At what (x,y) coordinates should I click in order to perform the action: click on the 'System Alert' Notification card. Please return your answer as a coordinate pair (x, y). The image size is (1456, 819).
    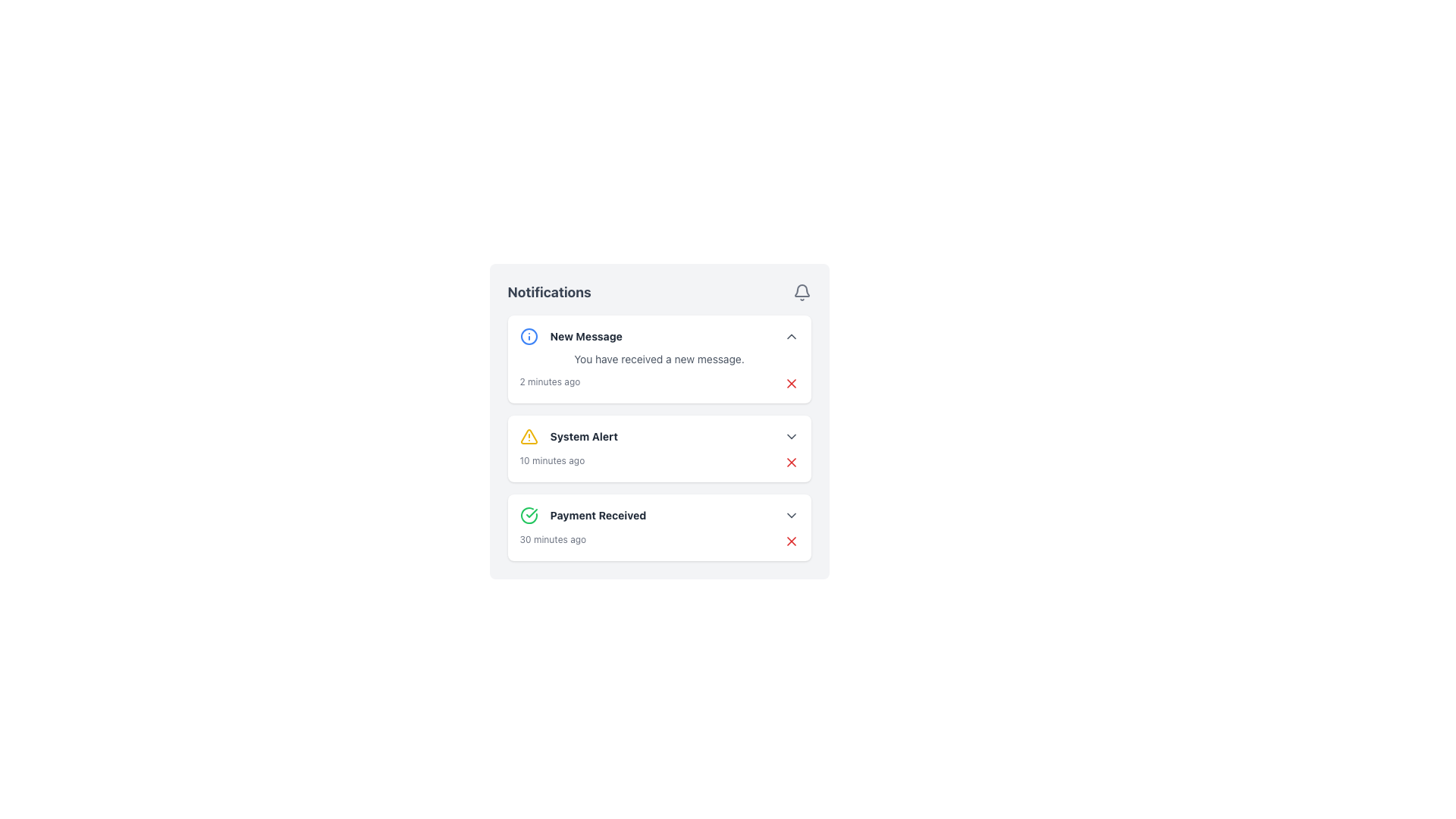
    Looking at the image, I should click on (659, 421).